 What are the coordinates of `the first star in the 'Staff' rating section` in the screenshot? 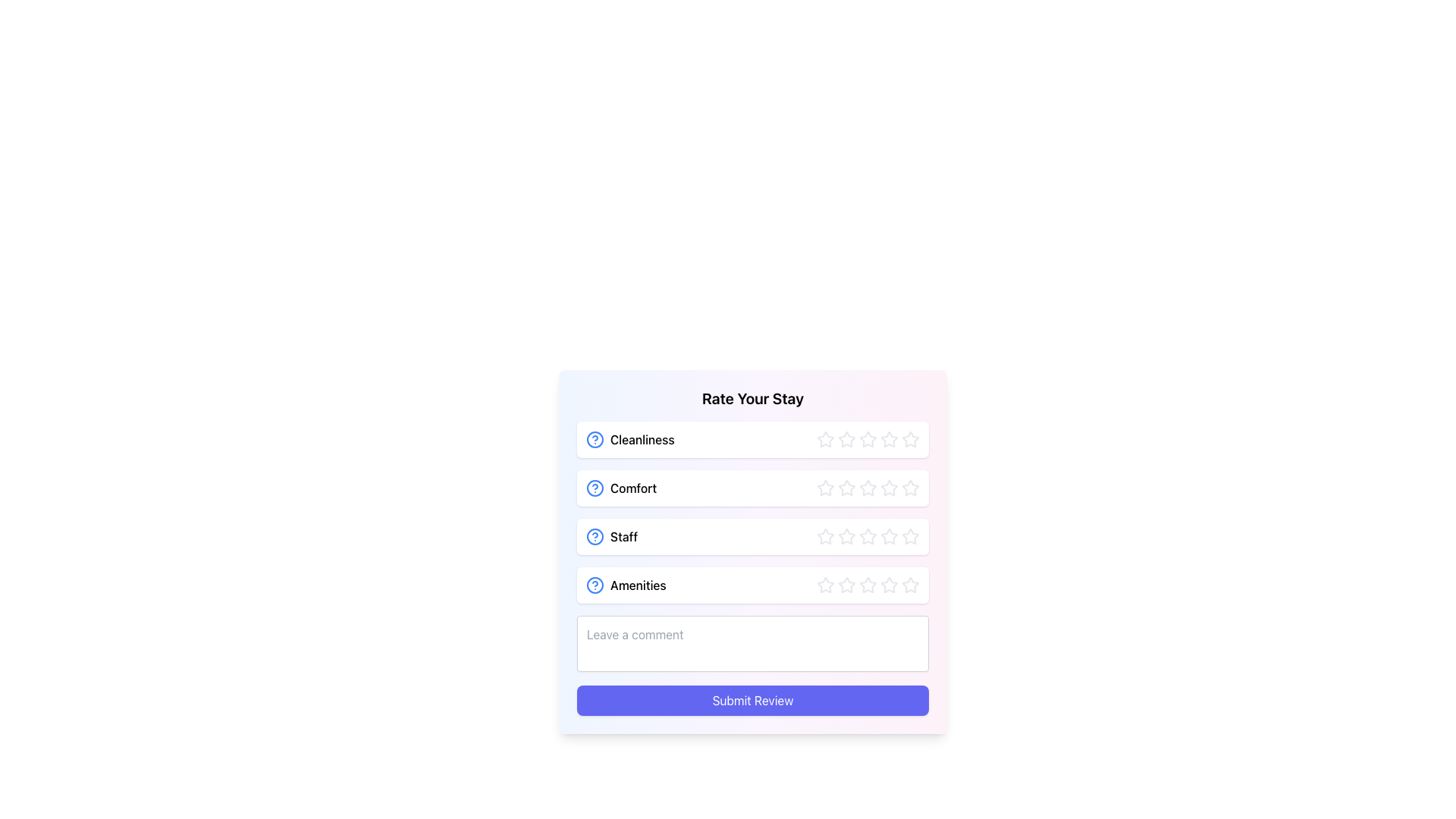 It's located at (825, 536).